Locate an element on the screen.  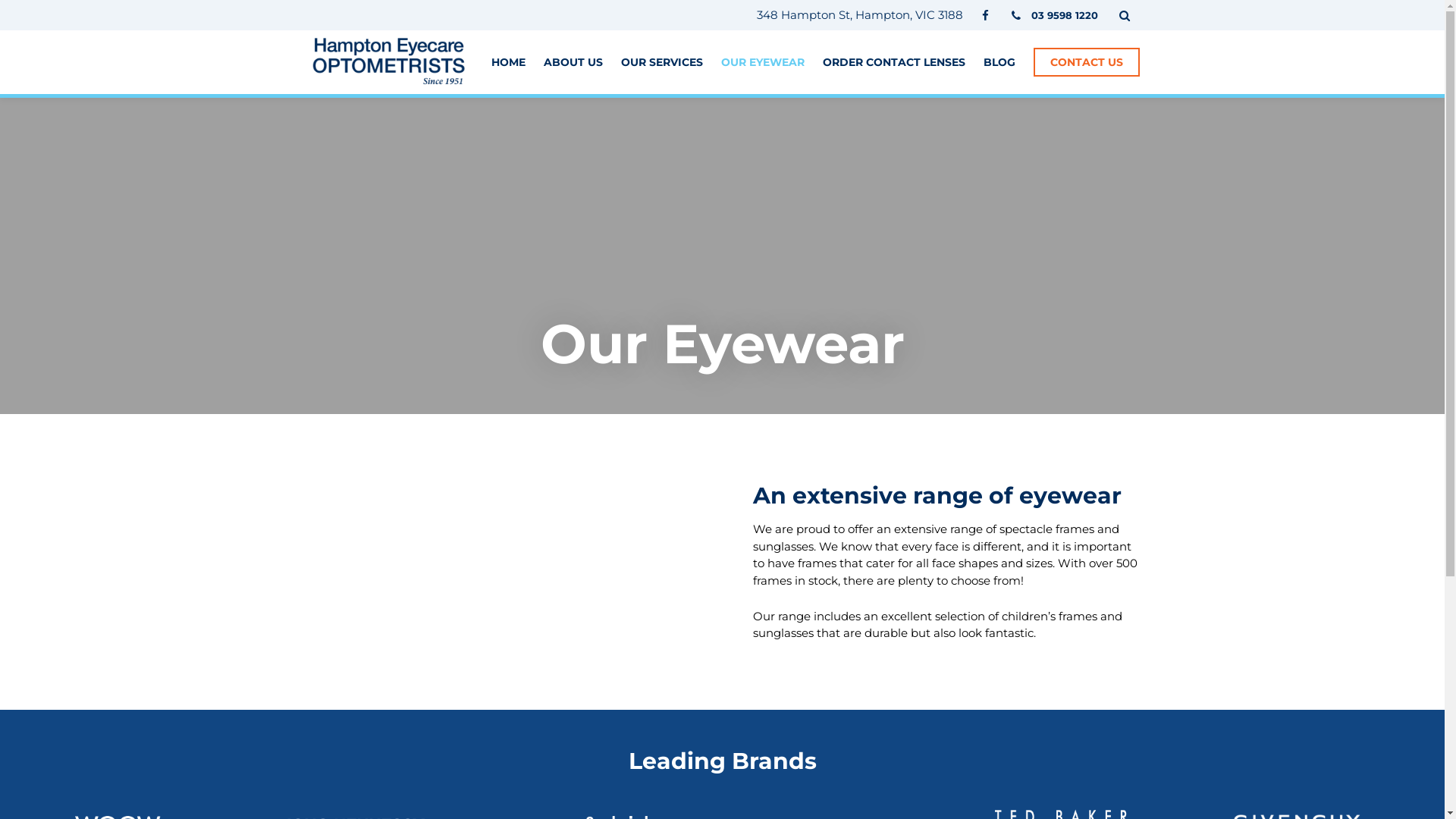
'OUR EYEWEAR' is located at coordinates (761, 61).